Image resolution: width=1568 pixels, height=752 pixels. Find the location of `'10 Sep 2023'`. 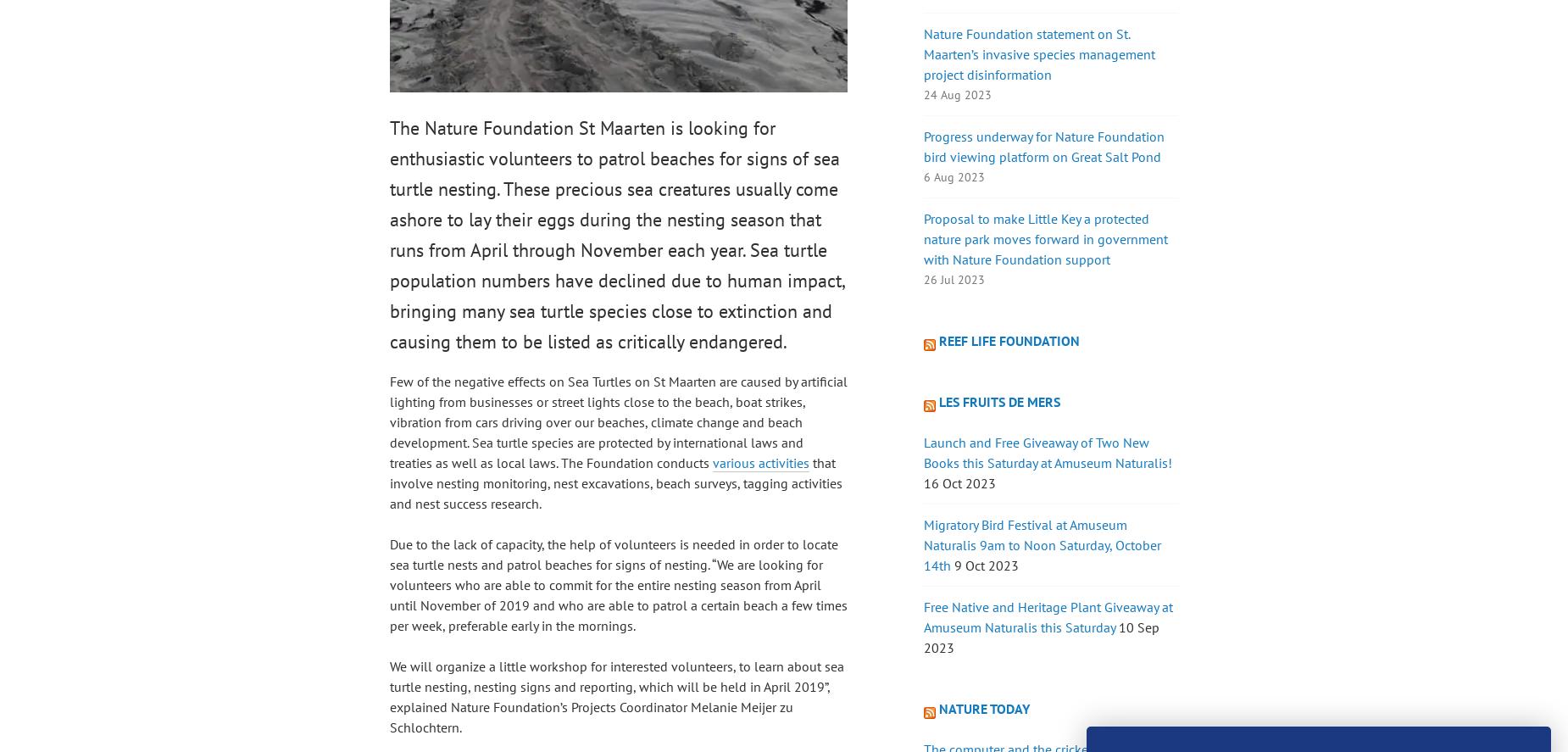

'10 Sep 2023' is located at coordinates (1040, 636).